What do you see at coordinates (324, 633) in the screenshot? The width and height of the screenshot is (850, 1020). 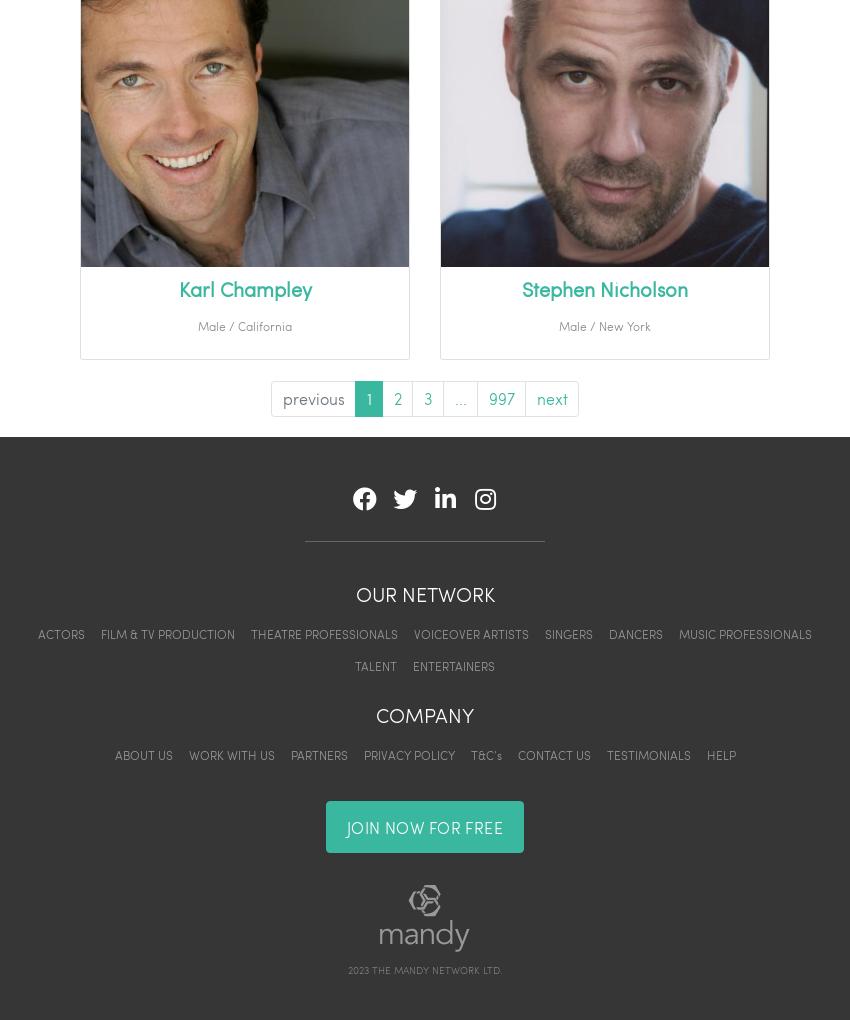 I see `'Theatre Professionals'` at bounding box center [324, 633].